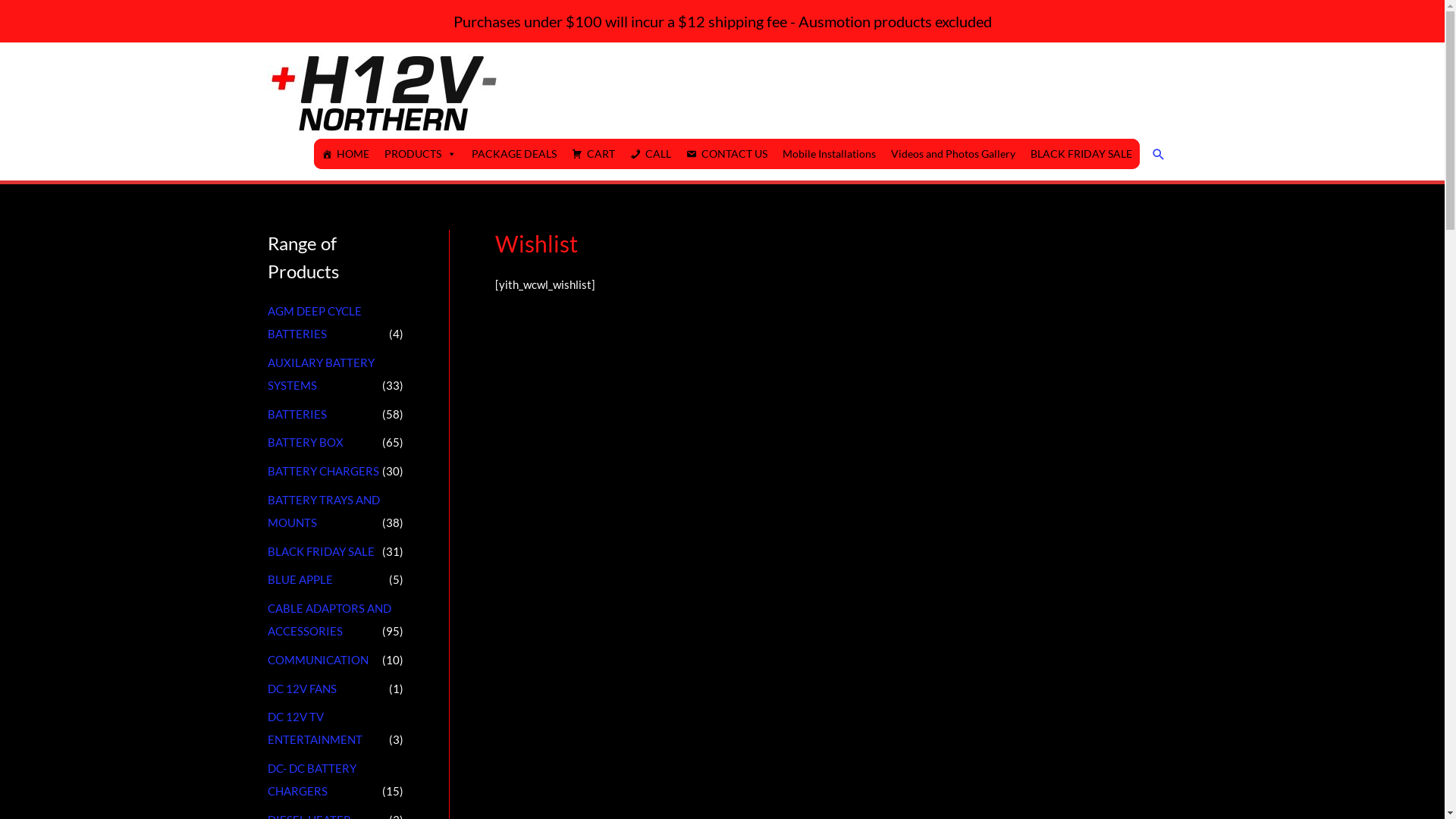 This screenshot has width=1456, height=819. I want to click on 'Search', so click(1157, 154).